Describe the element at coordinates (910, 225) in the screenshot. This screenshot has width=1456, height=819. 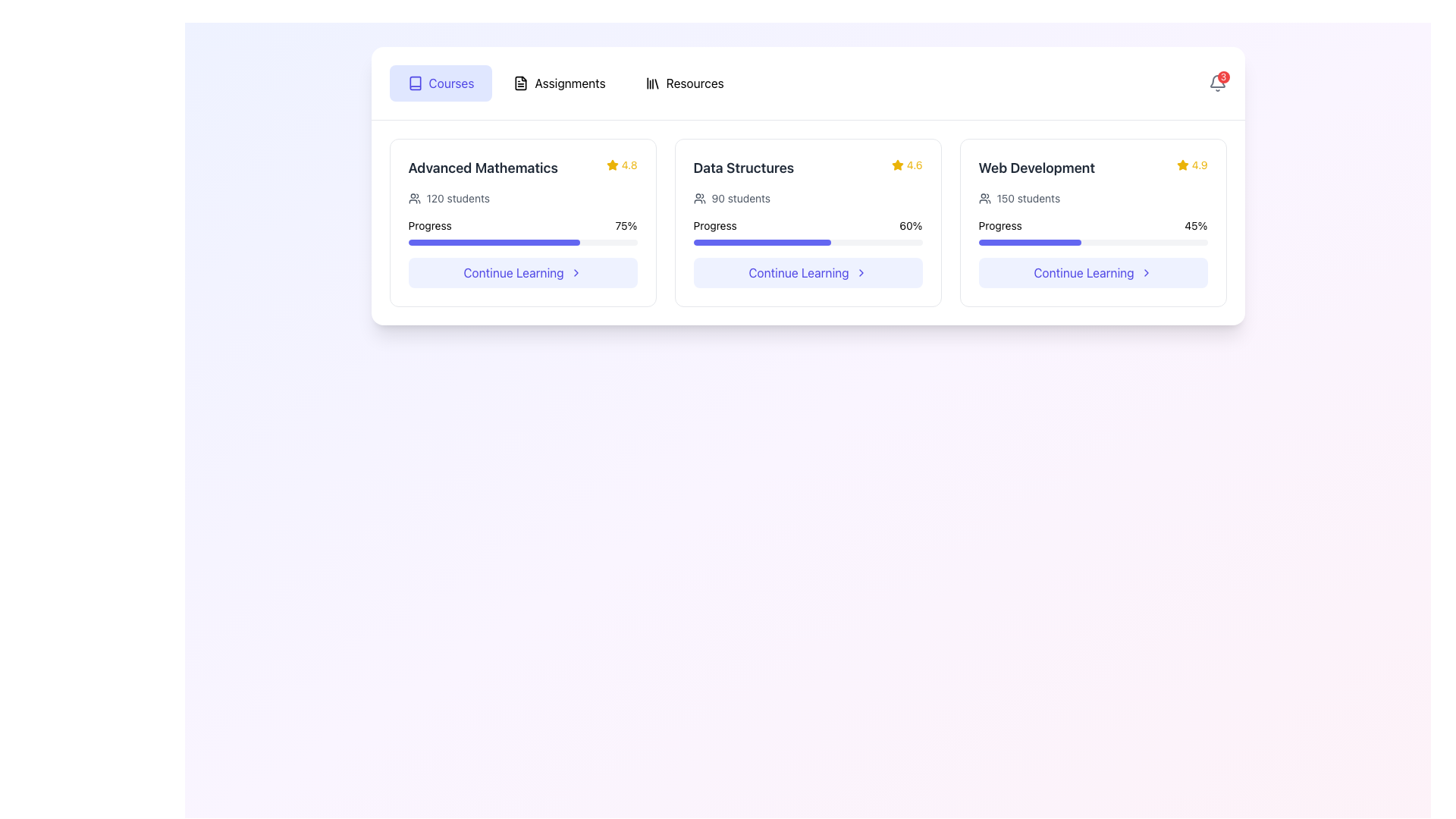
I see `percentage value displayed in the text label showing '60%' on the right side of the 'Data Structures' card, aligned horizontally with the word 'Progress'` at that location.